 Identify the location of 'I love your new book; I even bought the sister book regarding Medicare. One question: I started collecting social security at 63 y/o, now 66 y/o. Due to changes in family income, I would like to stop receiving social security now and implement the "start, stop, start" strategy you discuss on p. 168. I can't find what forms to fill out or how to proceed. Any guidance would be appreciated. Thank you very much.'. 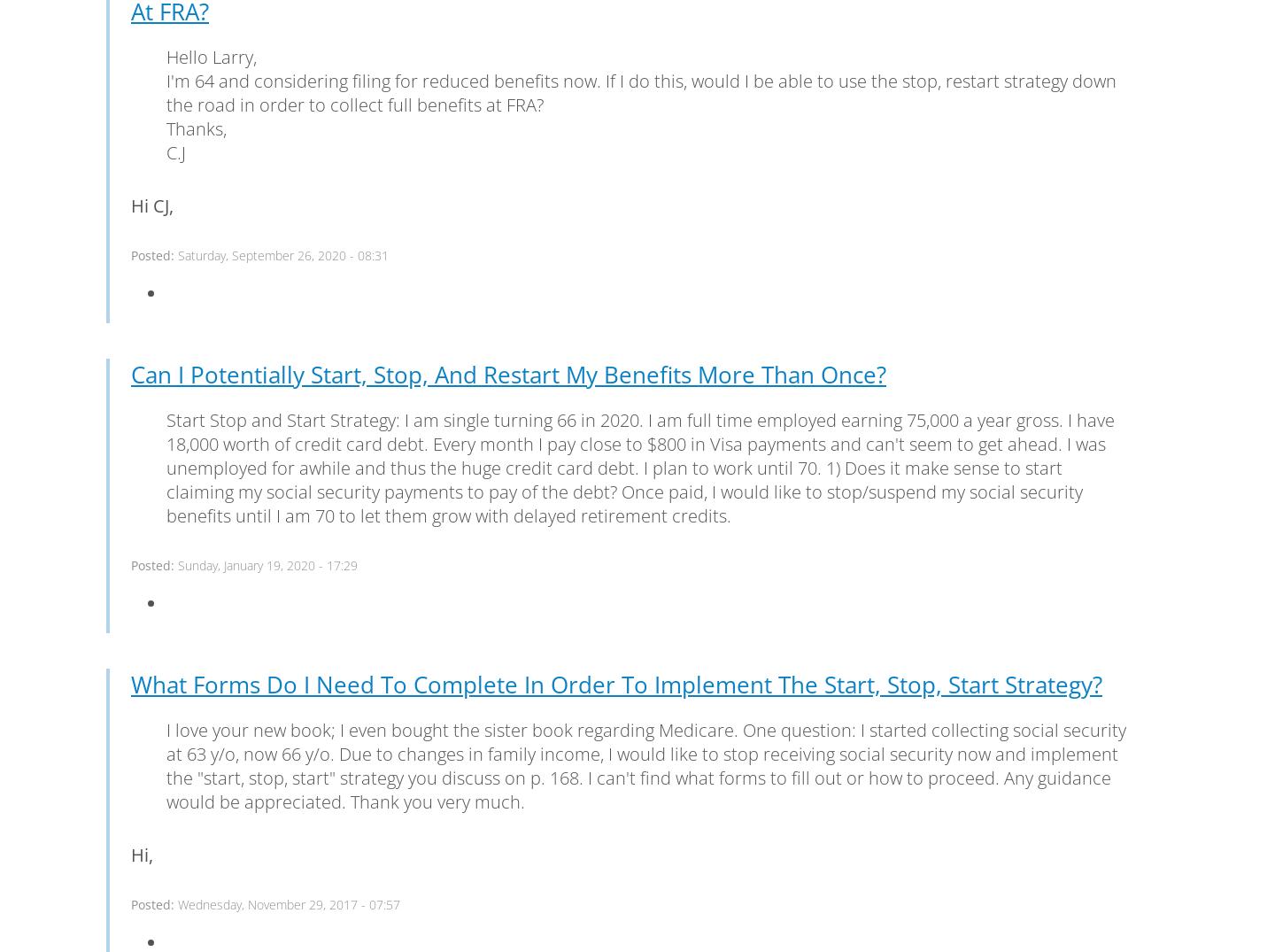
(645, 764).